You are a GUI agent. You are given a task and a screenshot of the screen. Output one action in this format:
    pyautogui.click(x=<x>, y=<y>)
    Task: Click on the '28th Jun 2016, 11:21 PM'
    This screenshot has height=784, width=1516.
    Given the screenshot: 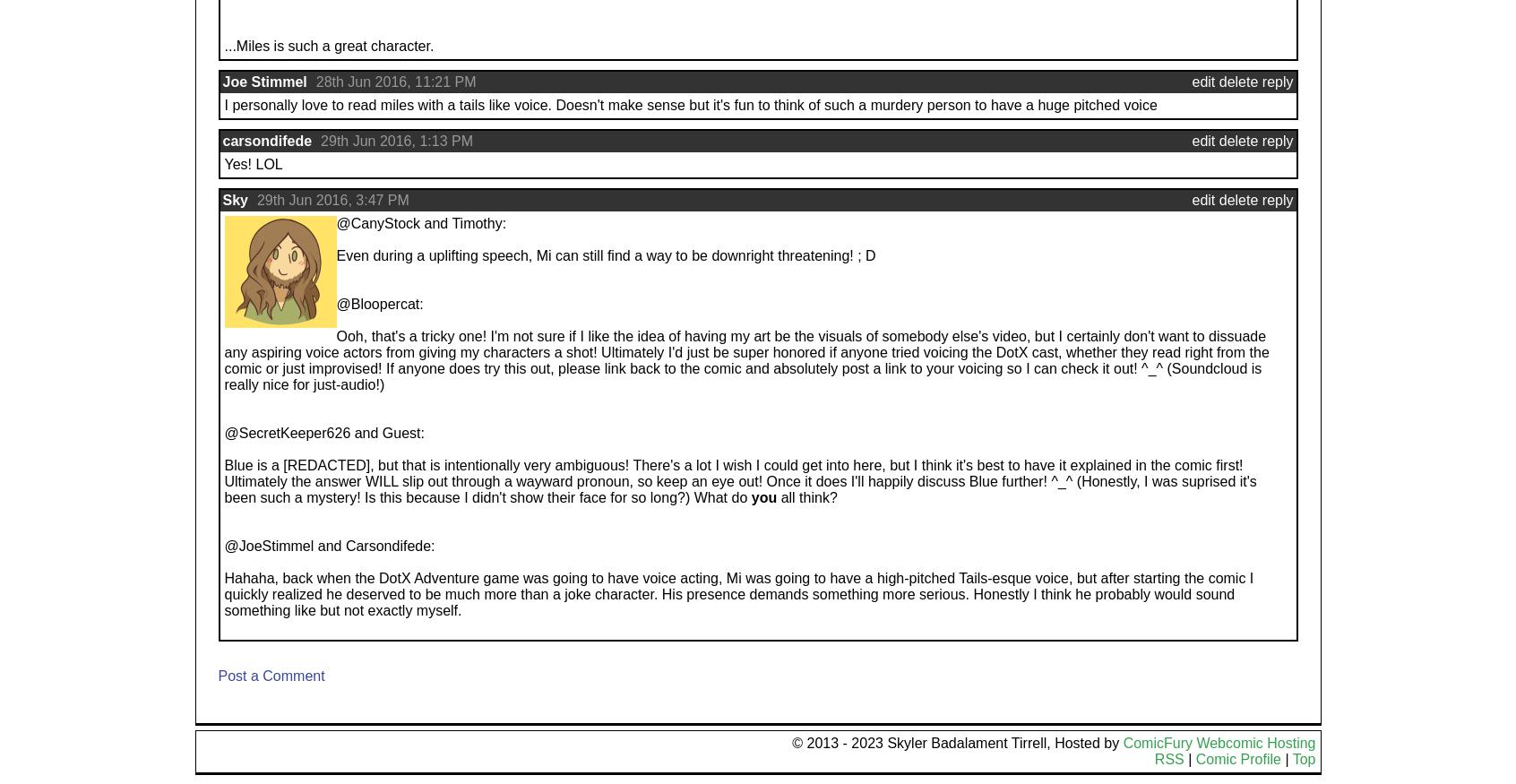 What is the action you would take?
    pyautogui.click(x=394, y=82)
    